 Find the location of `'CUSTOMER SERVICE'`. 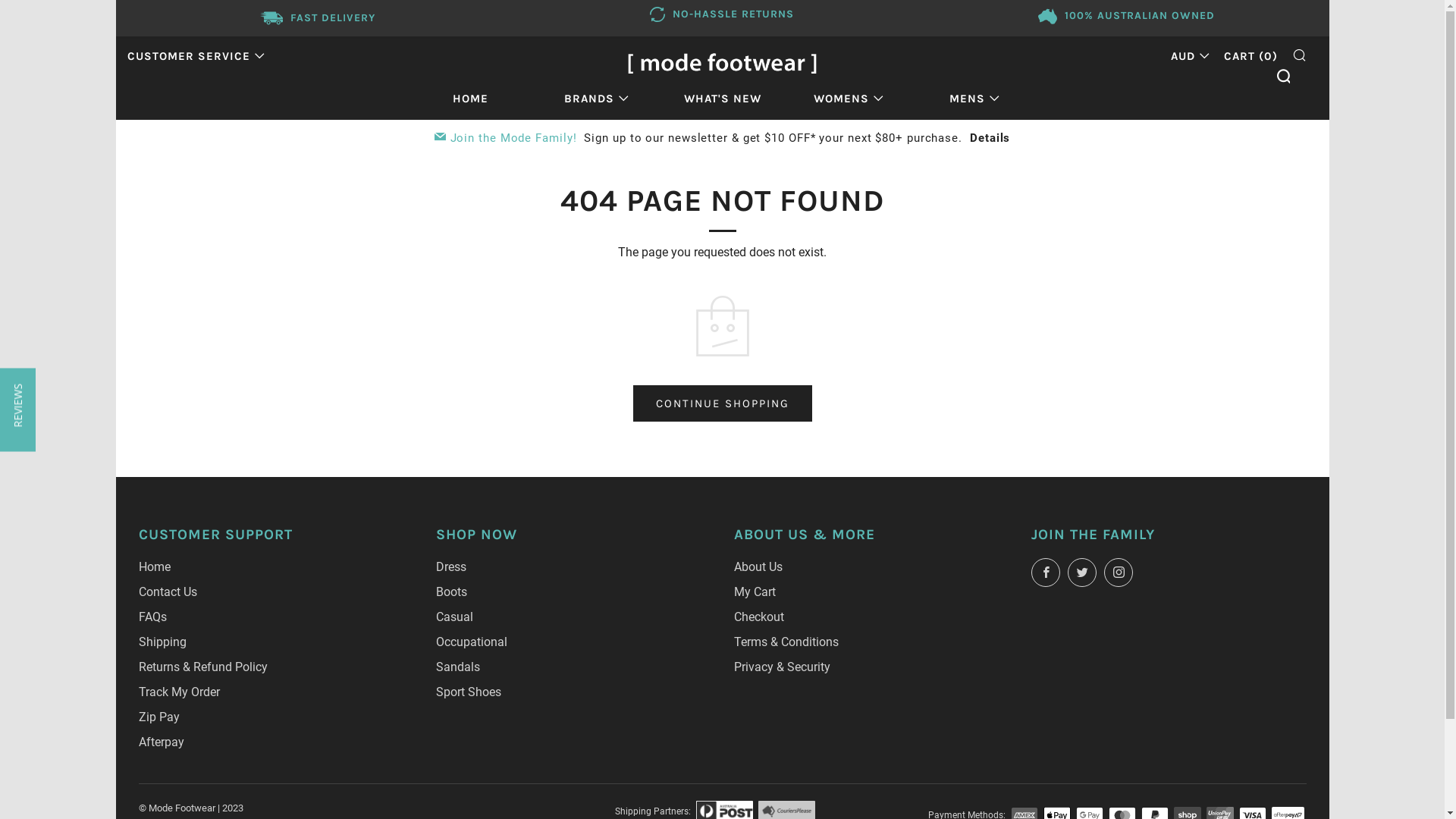

'CUSTOMER SERVICE' is located at coordinates (195, 55).